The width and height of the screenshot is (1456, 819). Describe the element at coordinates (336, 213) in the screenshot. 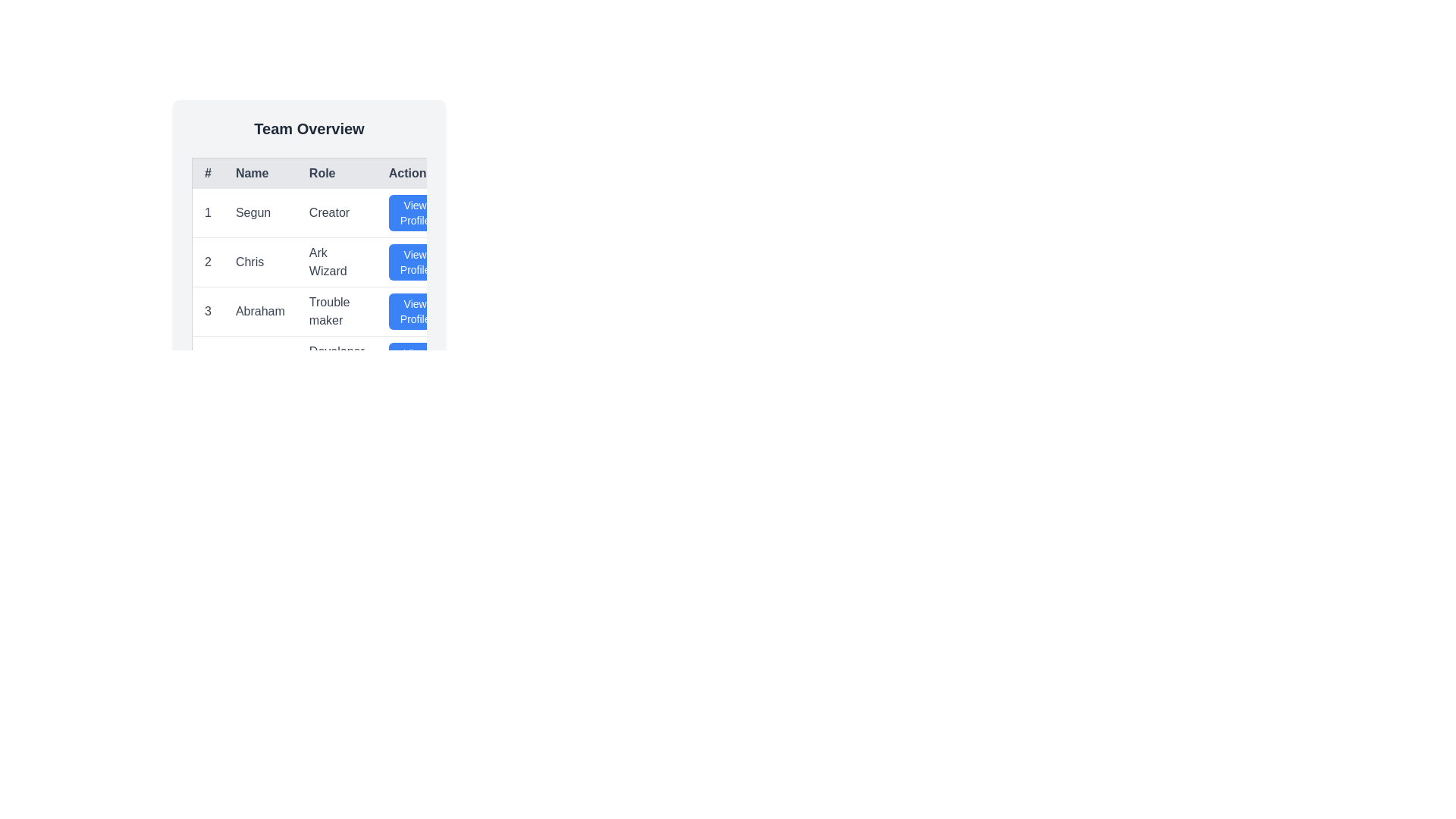

I see `the text label indicating the role of 'Segun' in the table, which is positioned between 'Segun' and 'View Profile'` at that location.